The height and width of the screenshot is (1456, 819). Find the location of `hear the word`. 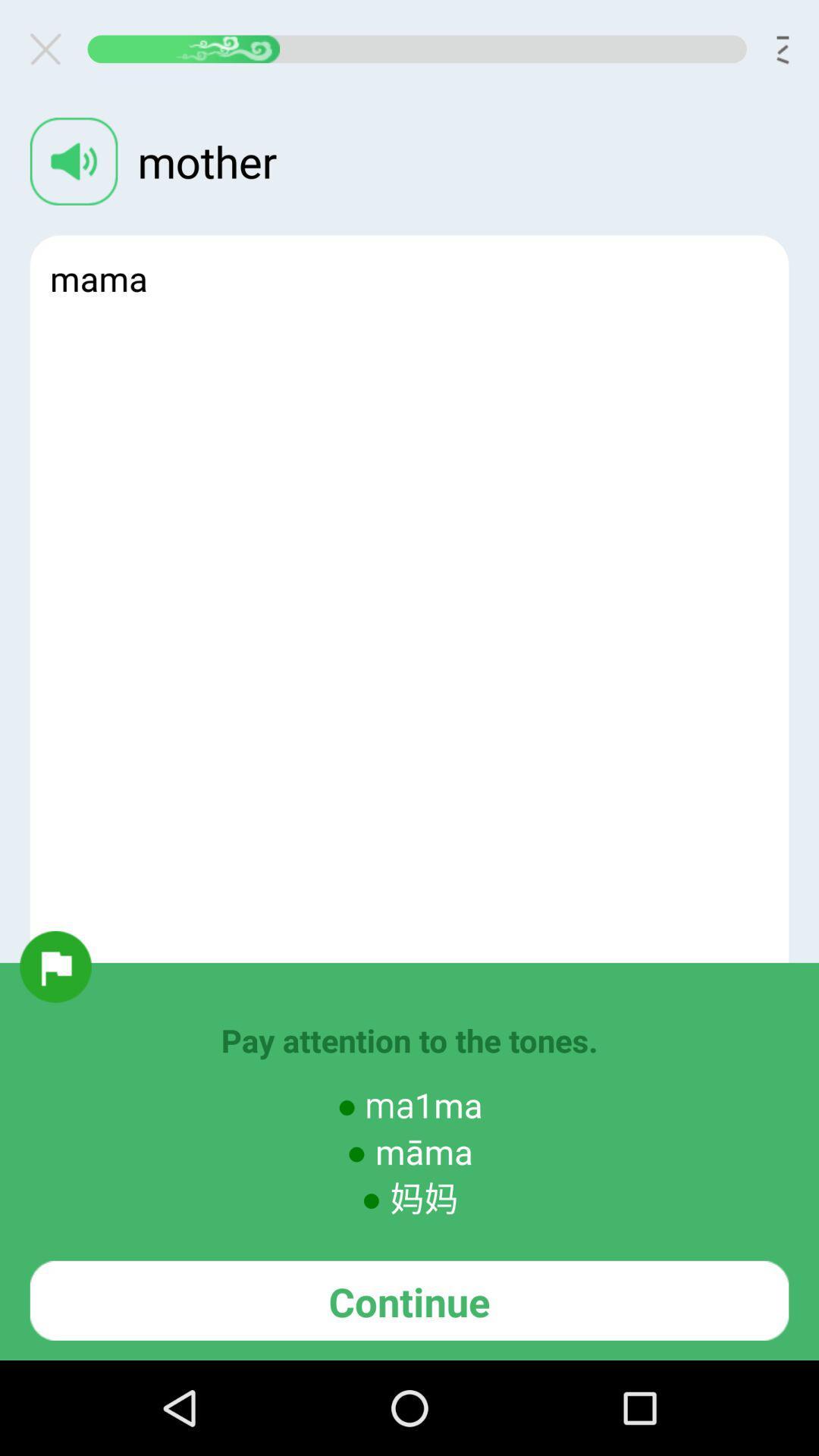

hear the word is located at coordinates (74, 161).